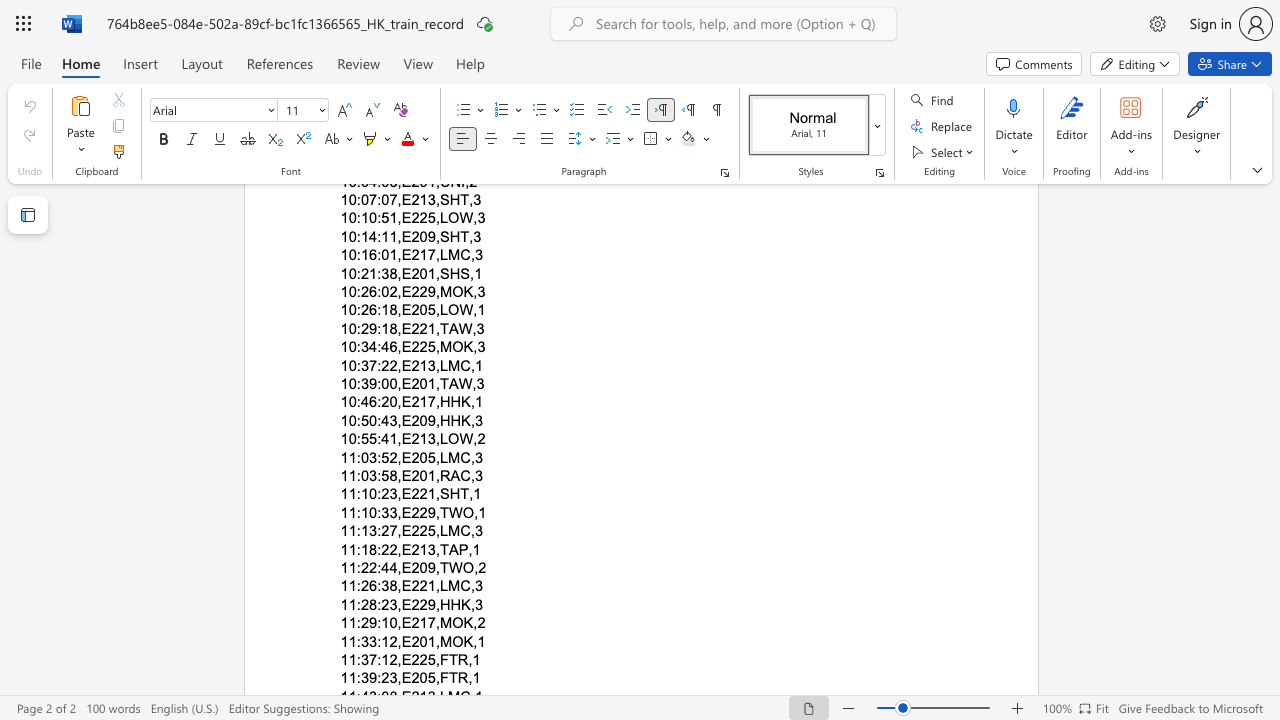  What do you see at coordinates (402, 494) in the screenshot?
I see `the space between the continuous character "," and "E" in the text` at bounding box center [402, 494].